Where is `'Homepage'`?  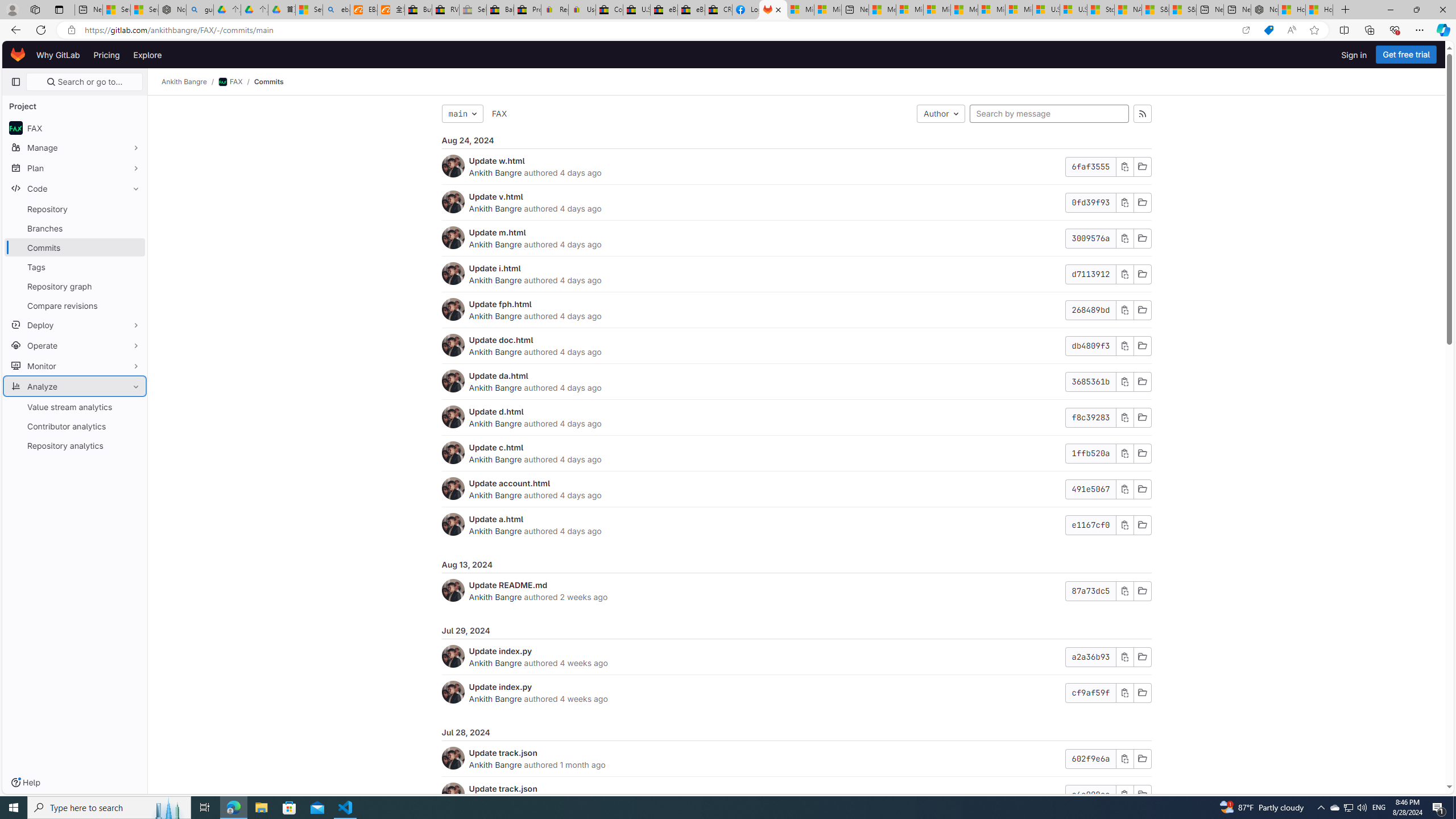 'Homepage' is located at coordinates (18, 54).